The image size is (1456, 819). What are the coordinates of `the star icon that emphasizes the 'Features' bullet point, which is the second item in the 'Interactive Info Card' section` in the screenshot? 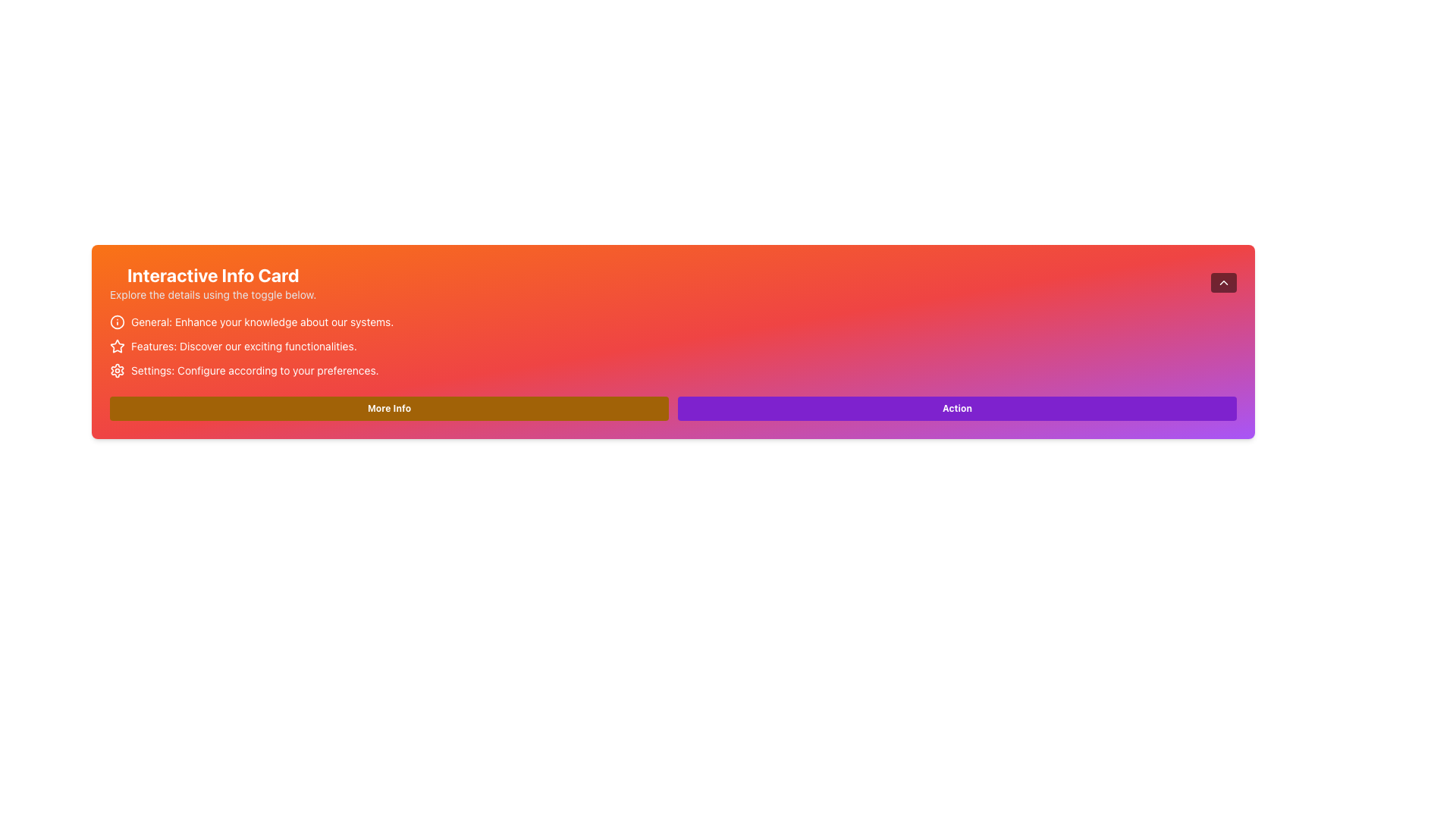 It's located at (116, 346).